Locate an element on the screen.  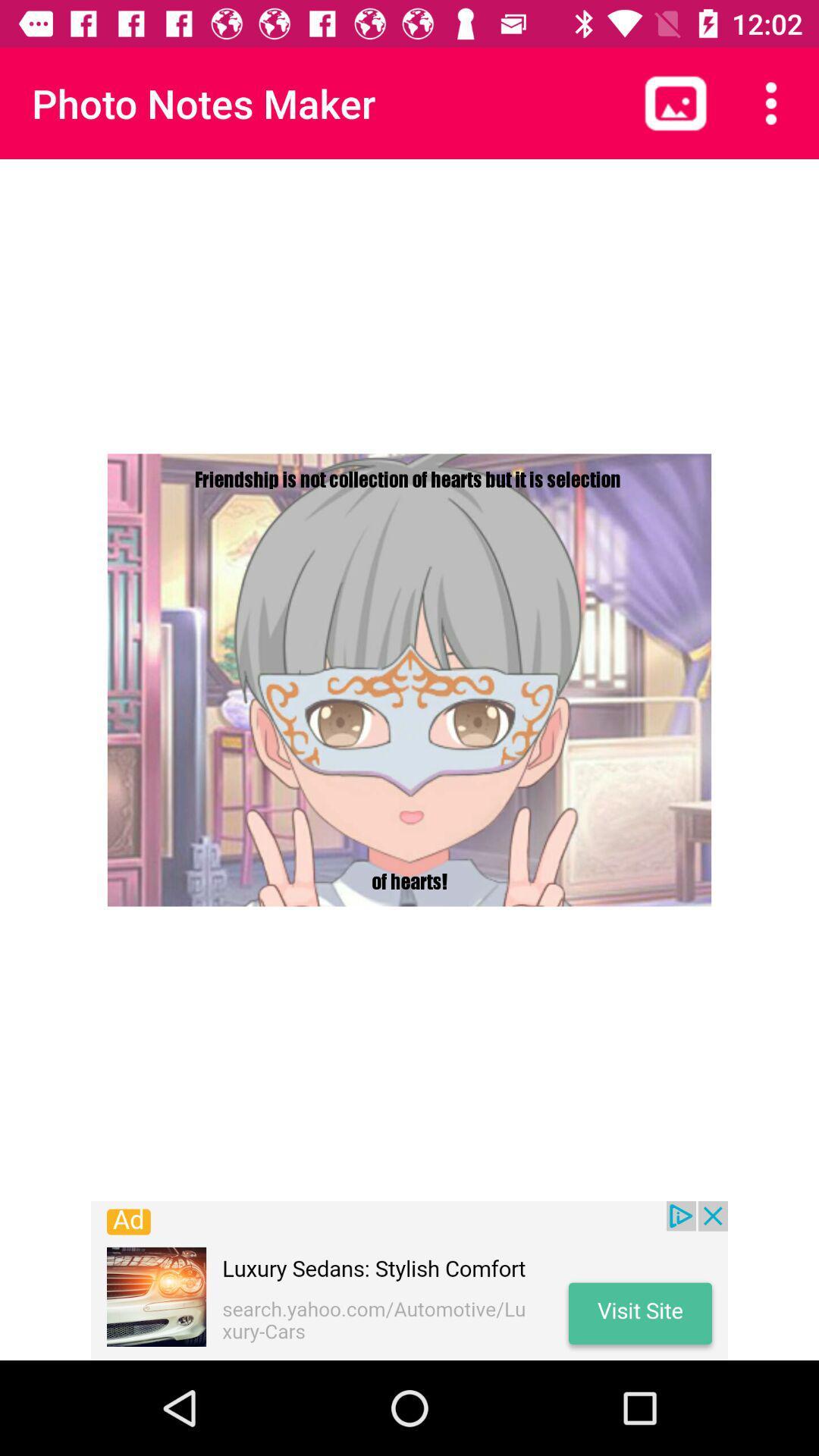
photos is located at coordinates (675, 102).